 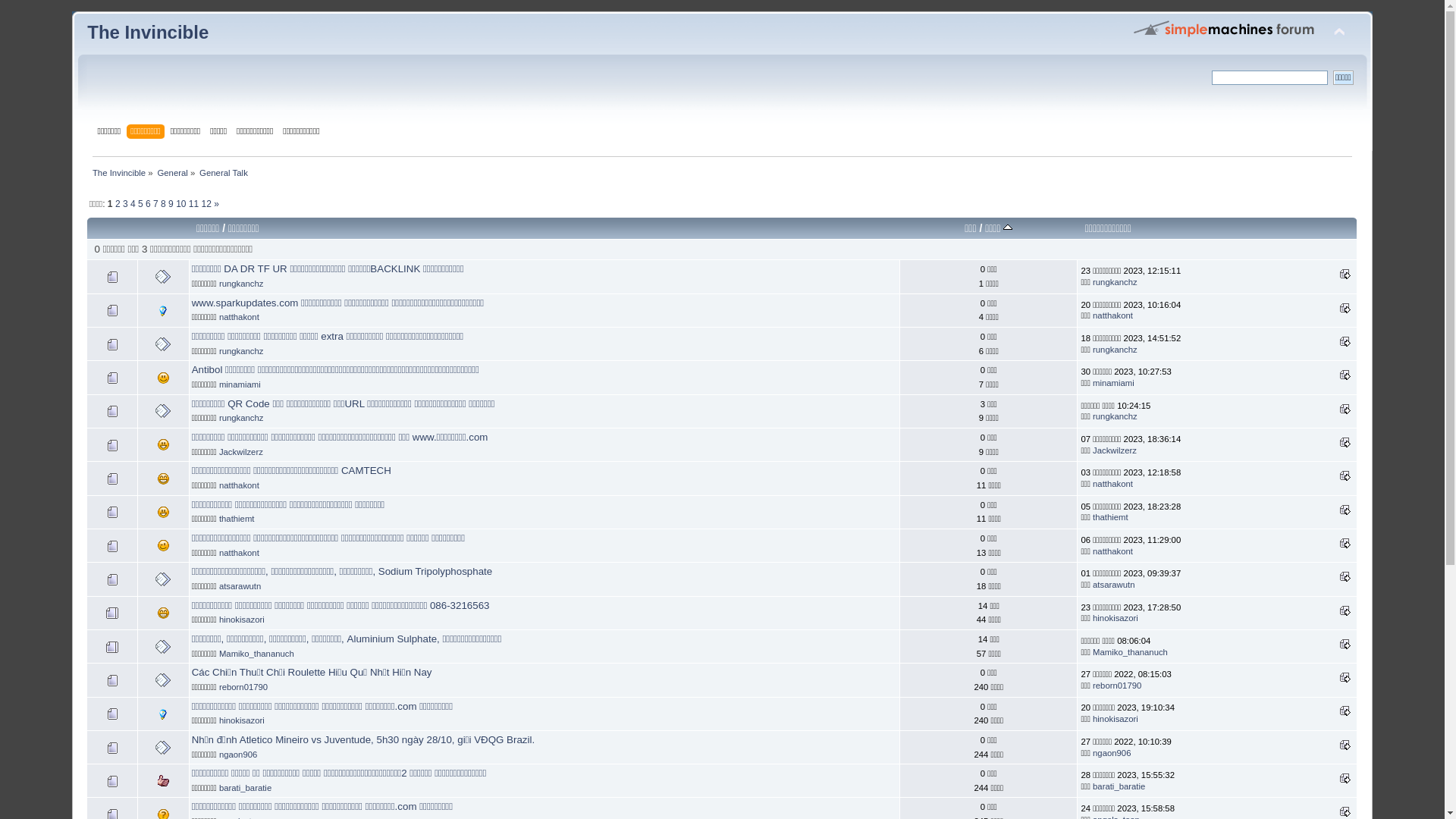 What do you see at coordinates (238, 553) in the screenshot?
I see `'natthakont'` at bounding box center [238, 553].